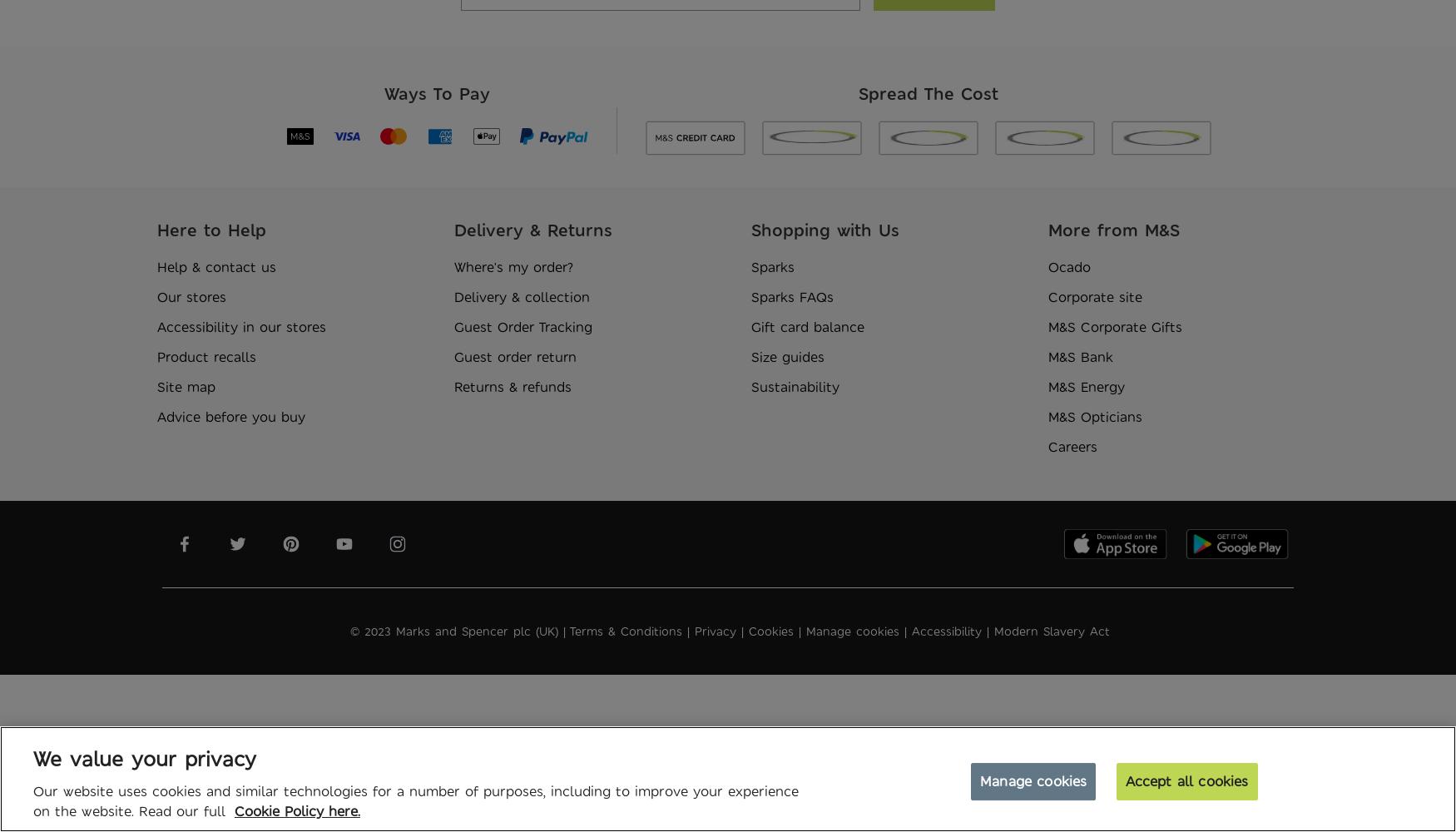  Describe the element at coordinates (436, 93) in the screenshot. I see `'Ways To Pay'` at that location.